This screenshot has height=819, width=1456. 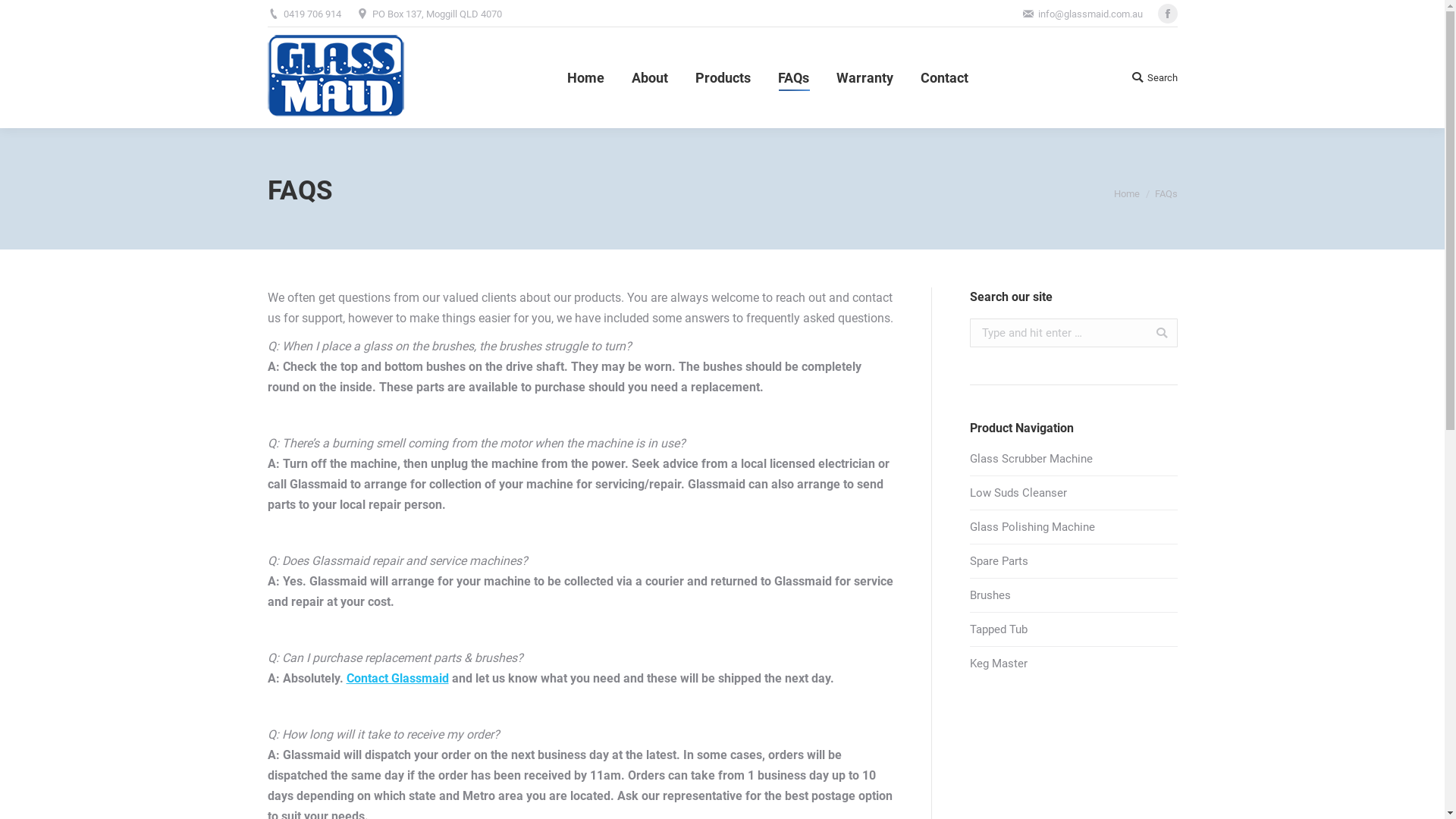 I want to click on 'Warranty', so click(x=864, y=77).